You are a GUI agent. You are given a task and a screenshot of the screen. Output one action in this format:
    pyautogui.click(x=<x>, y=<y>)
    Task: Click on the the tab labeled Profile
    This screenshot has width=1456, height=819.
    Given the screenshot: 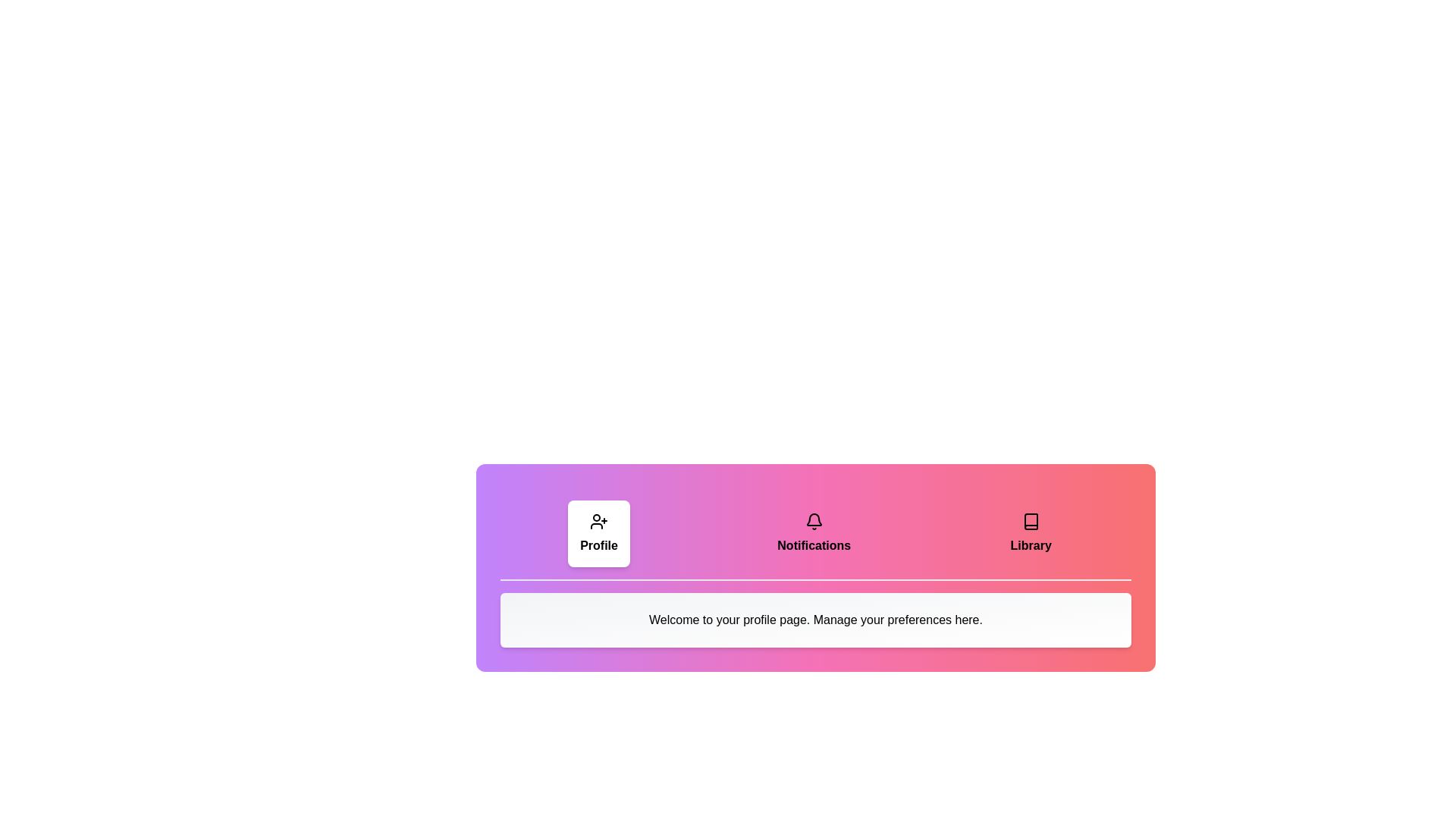 What is the action you would take?
    pyautogui.click(x=598, y=533)
    